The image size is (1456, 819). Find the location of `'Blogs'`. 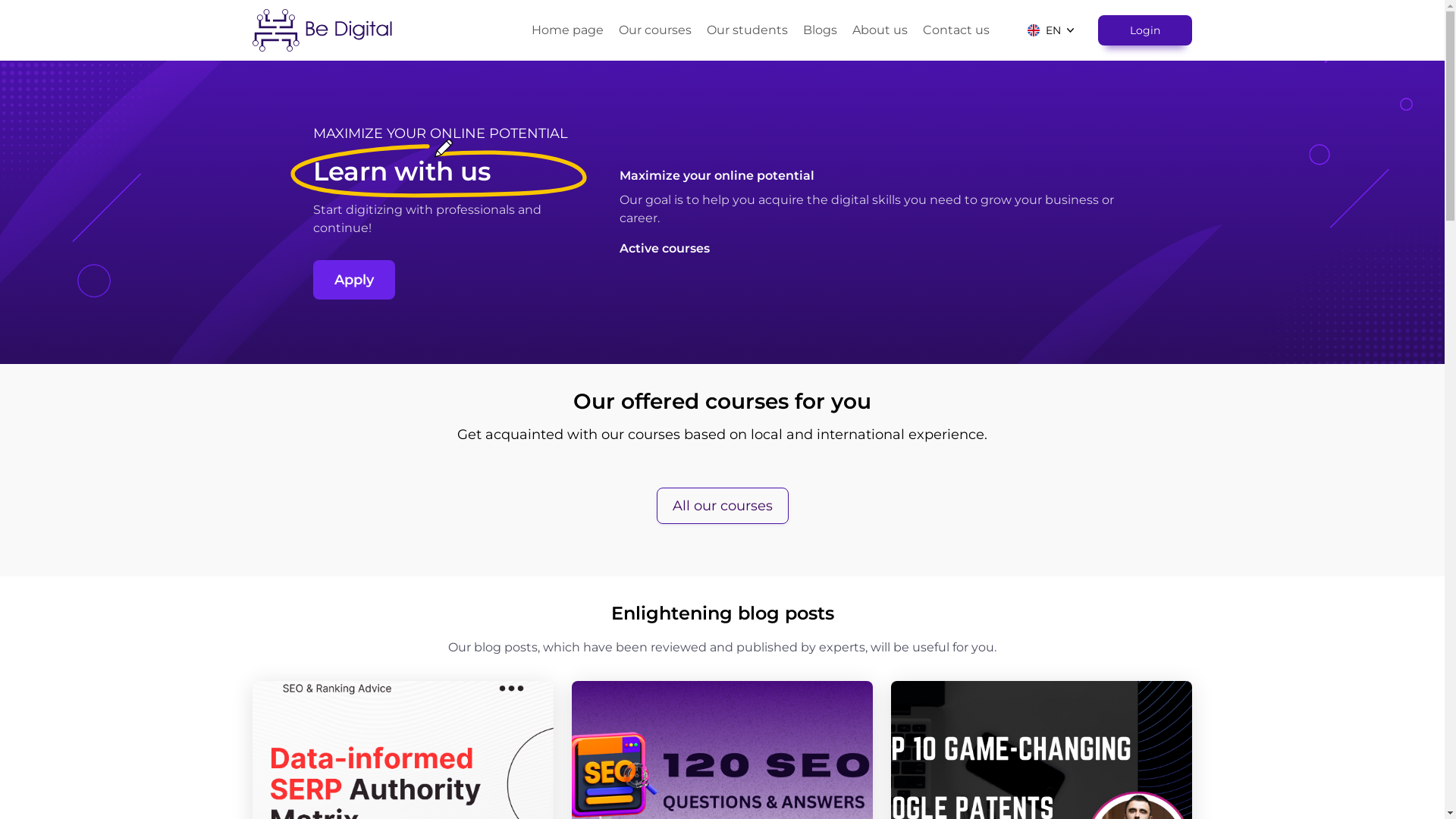

'Blogs' is located at coordinates (819, 30).